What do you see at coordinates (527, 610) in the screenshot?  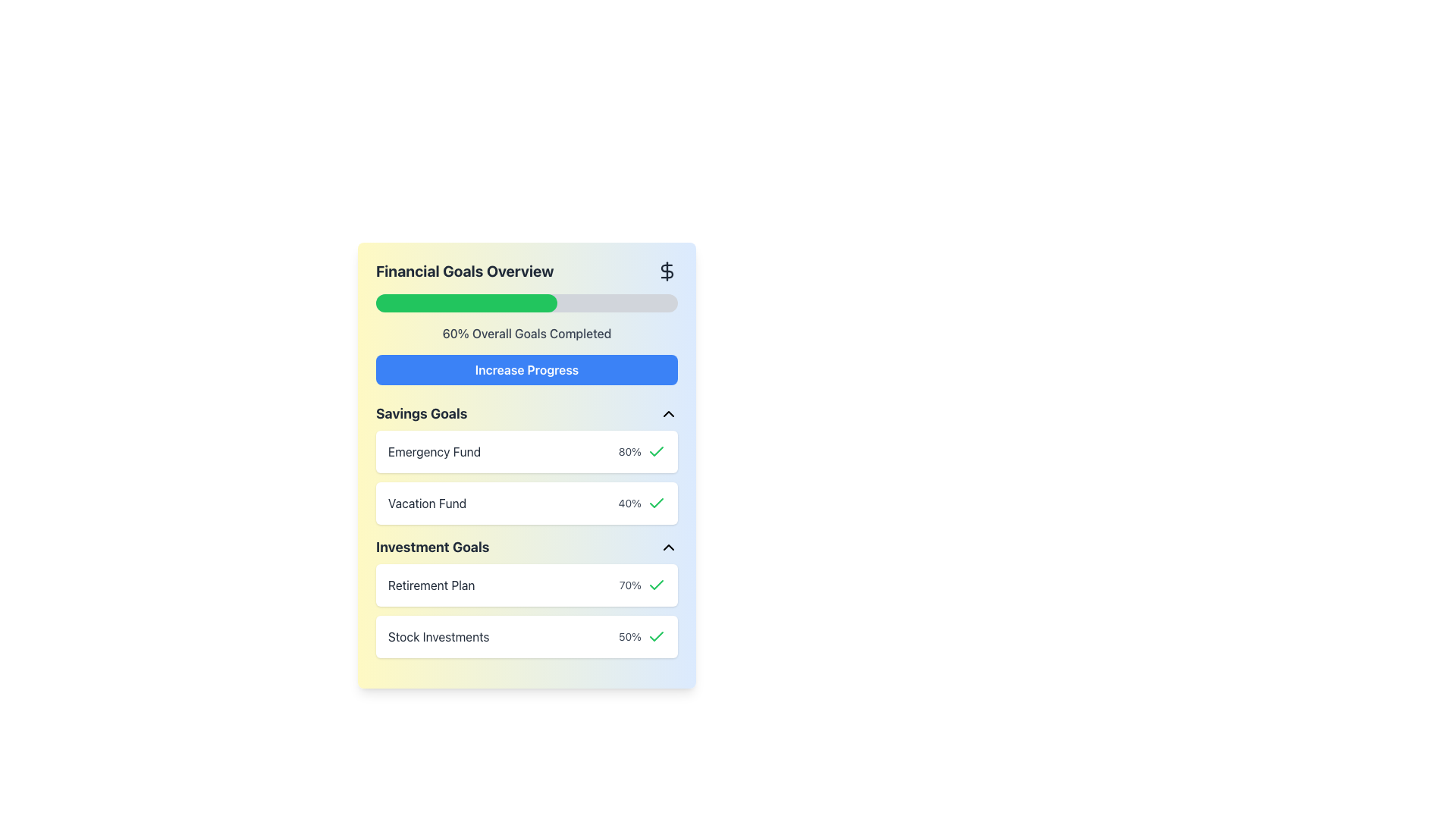 I see `the List Item Group element that displays progress towards investment goals, located under the 'Investment Goals' header` at bounding box center [527, 610].